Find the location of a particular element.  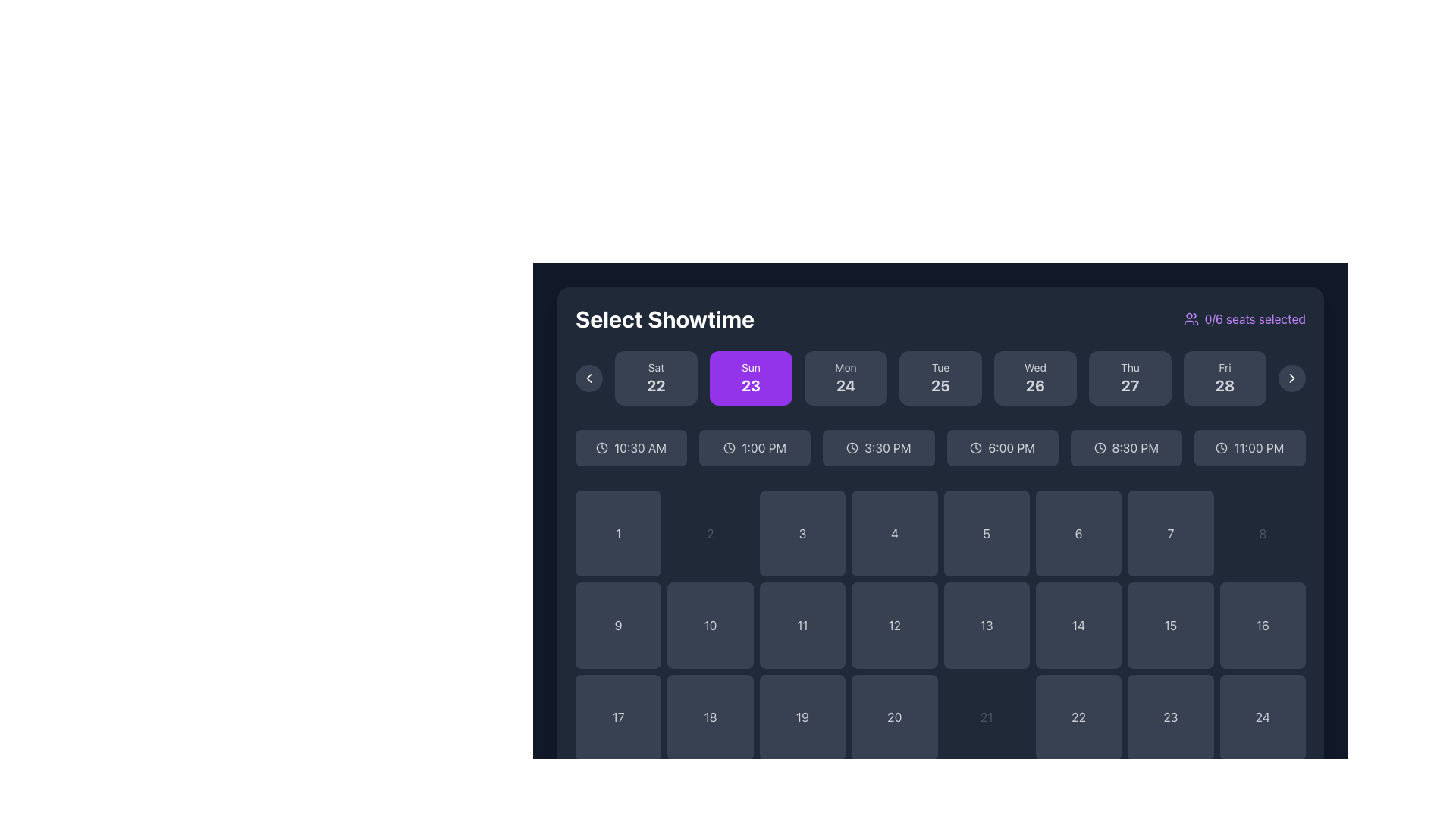

the button labeled '9' located in the second row and first column of the grid layout is located at coordinates (618, 626).